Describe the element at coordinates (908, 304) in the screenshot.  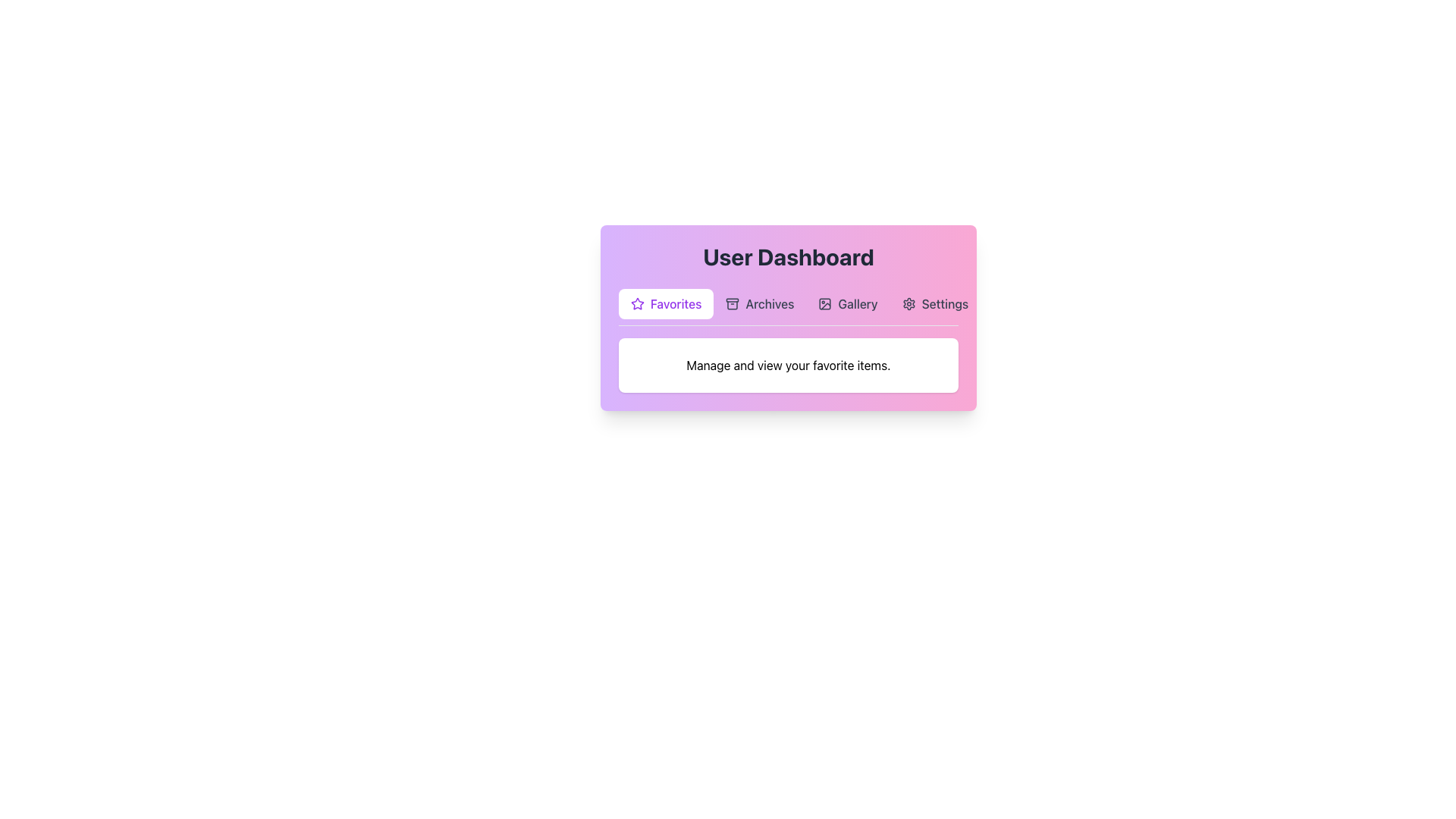
I see `the gear icon located at the far-right side of the navigation bar` at that location.